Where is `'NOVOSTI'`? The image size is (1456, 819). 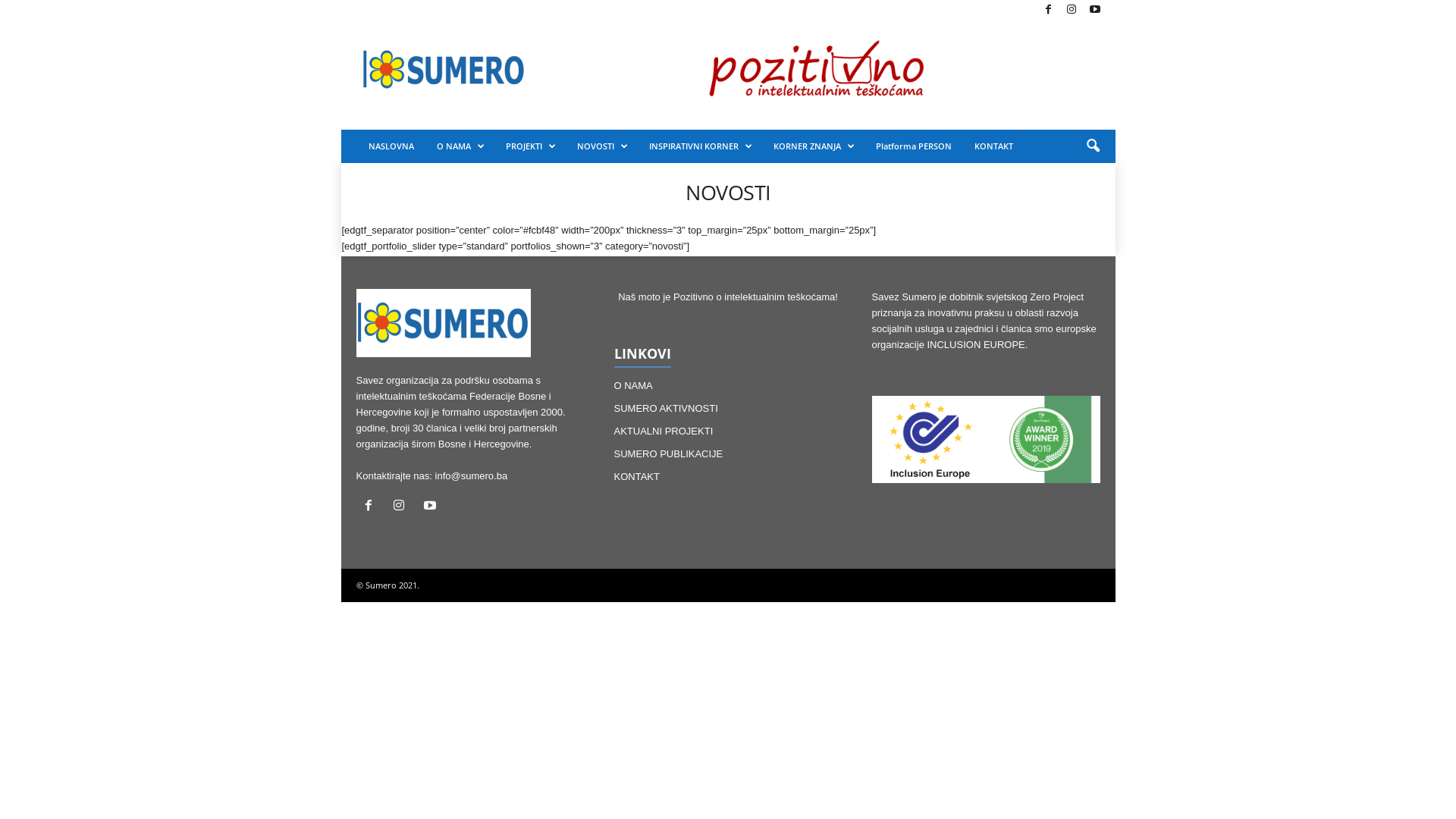
'NOVOSTI' is located at coordinates (601, 146).